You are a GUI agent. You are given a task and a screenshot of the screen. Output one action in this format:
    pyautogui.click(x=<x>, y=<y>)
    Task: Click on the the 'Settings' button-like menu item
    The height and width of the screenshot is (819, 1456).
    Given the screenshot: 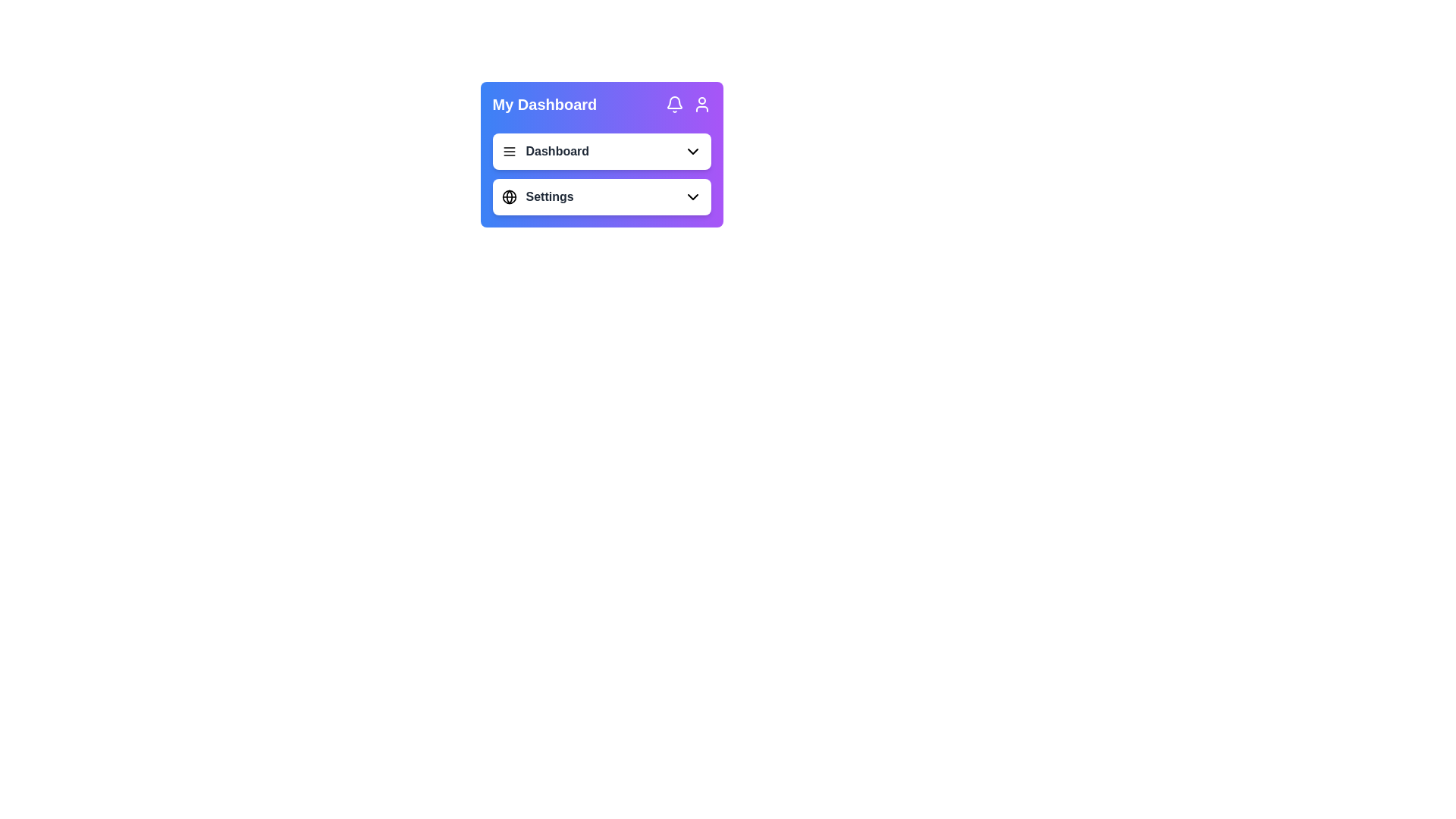 What is the action you would take?
    pyautogui.click(x=601, y=196)
    